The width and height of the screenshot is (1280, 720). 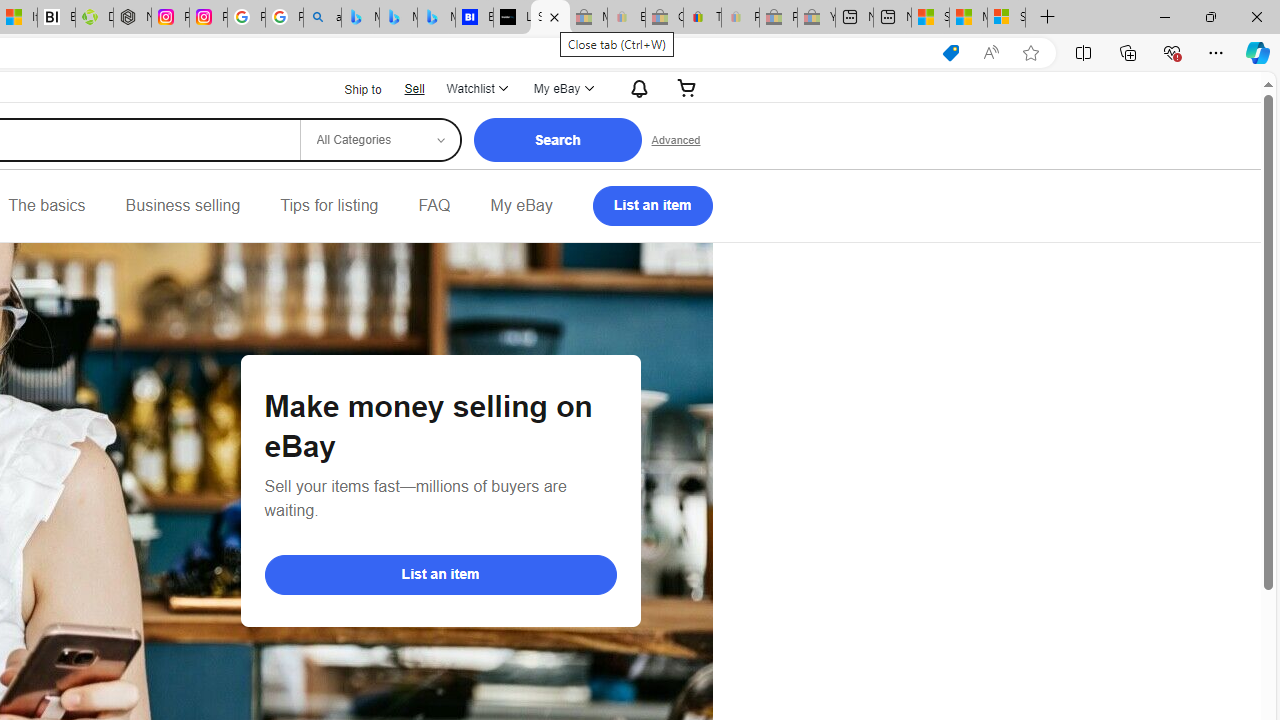 I want to click on 'List an item', so click(x=439, y=574).